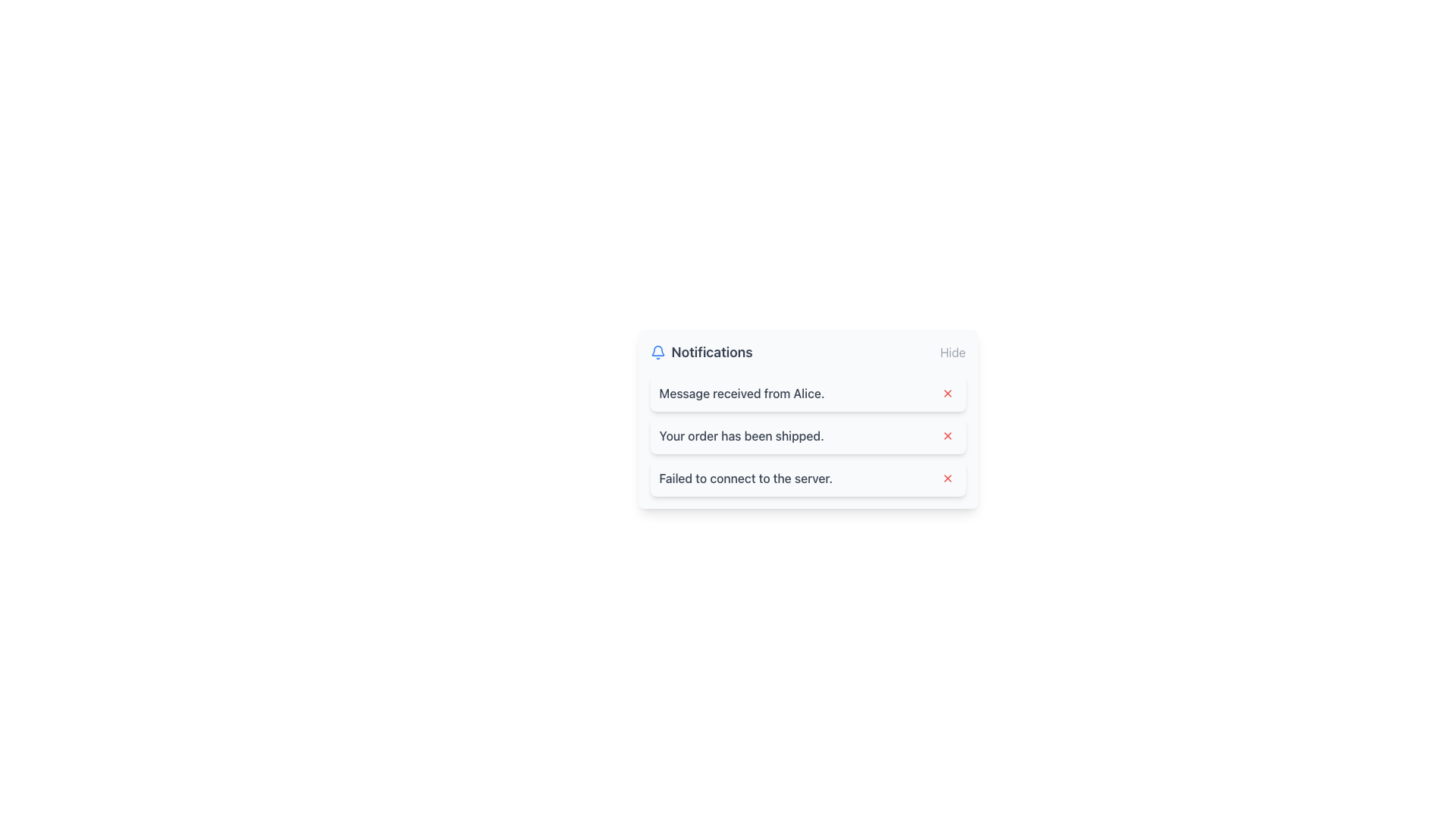 The image size is (1456, 819). Describe the element at coordinates (657, 350) in the screenshot. I see `the bell icon element in the notification pane, which serves as a visual representation of notifications or alerts` at that location.